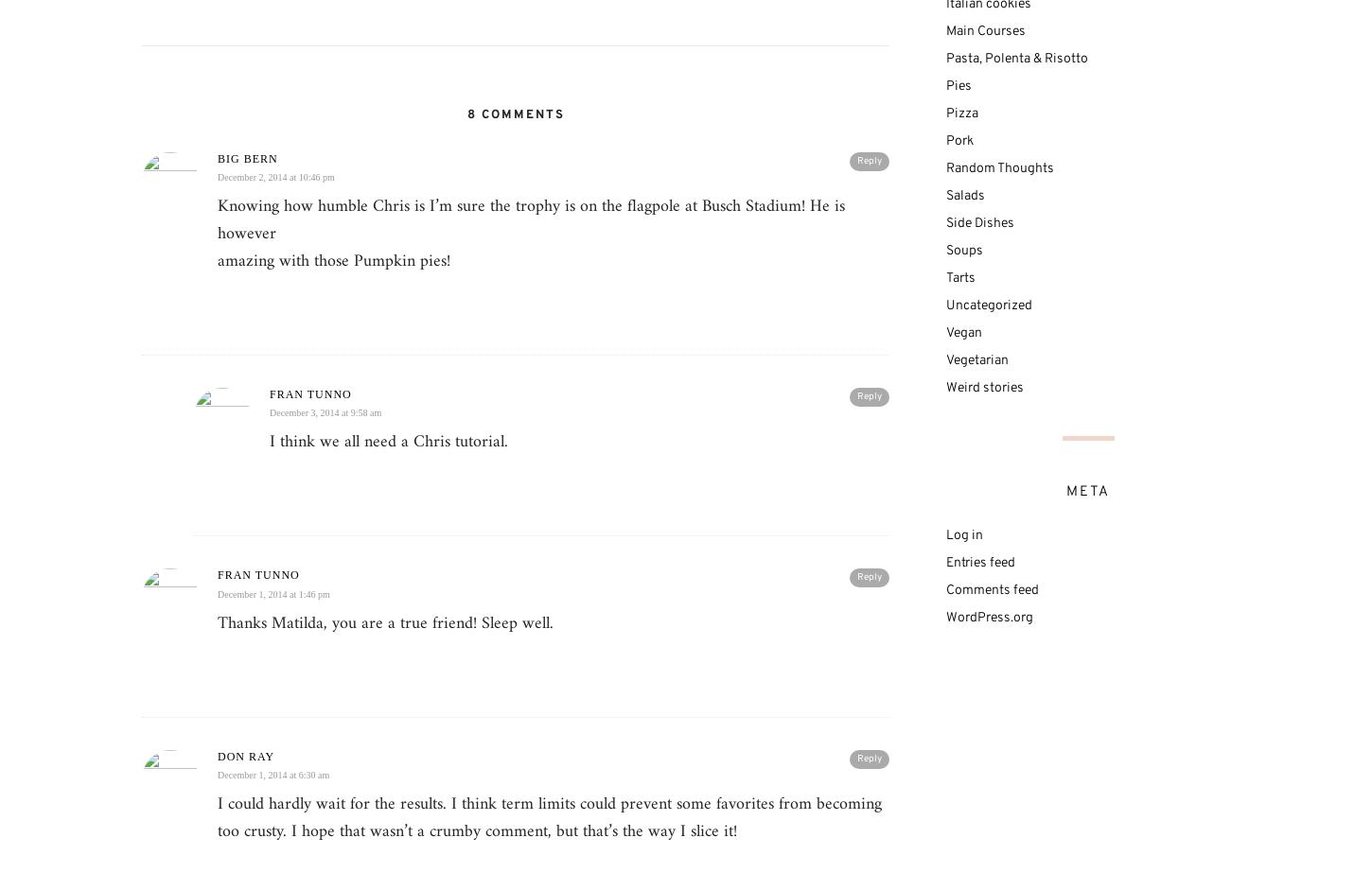 The image size is (1372, 873). What do you see at coordinates (980, 562) in the screenshot?
I see `'Entries feed'` at bounding box center [980, 562].